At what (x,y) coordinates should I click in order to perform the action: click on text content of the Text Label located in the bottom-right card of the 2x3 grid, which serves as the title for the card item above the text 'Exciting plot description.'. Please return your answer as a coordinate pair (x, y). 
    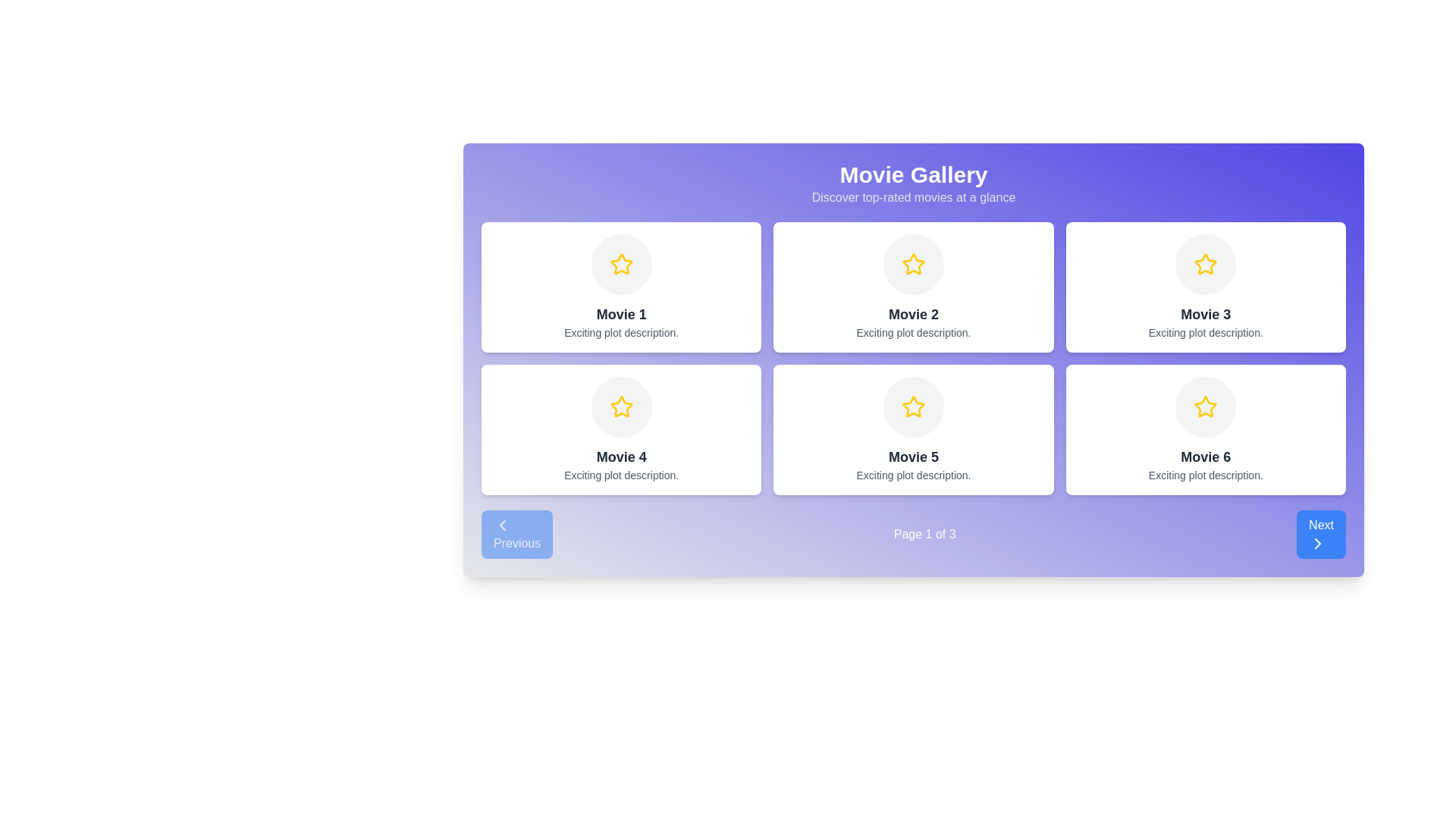
    Looking at the image, I should click on (1205, 456).